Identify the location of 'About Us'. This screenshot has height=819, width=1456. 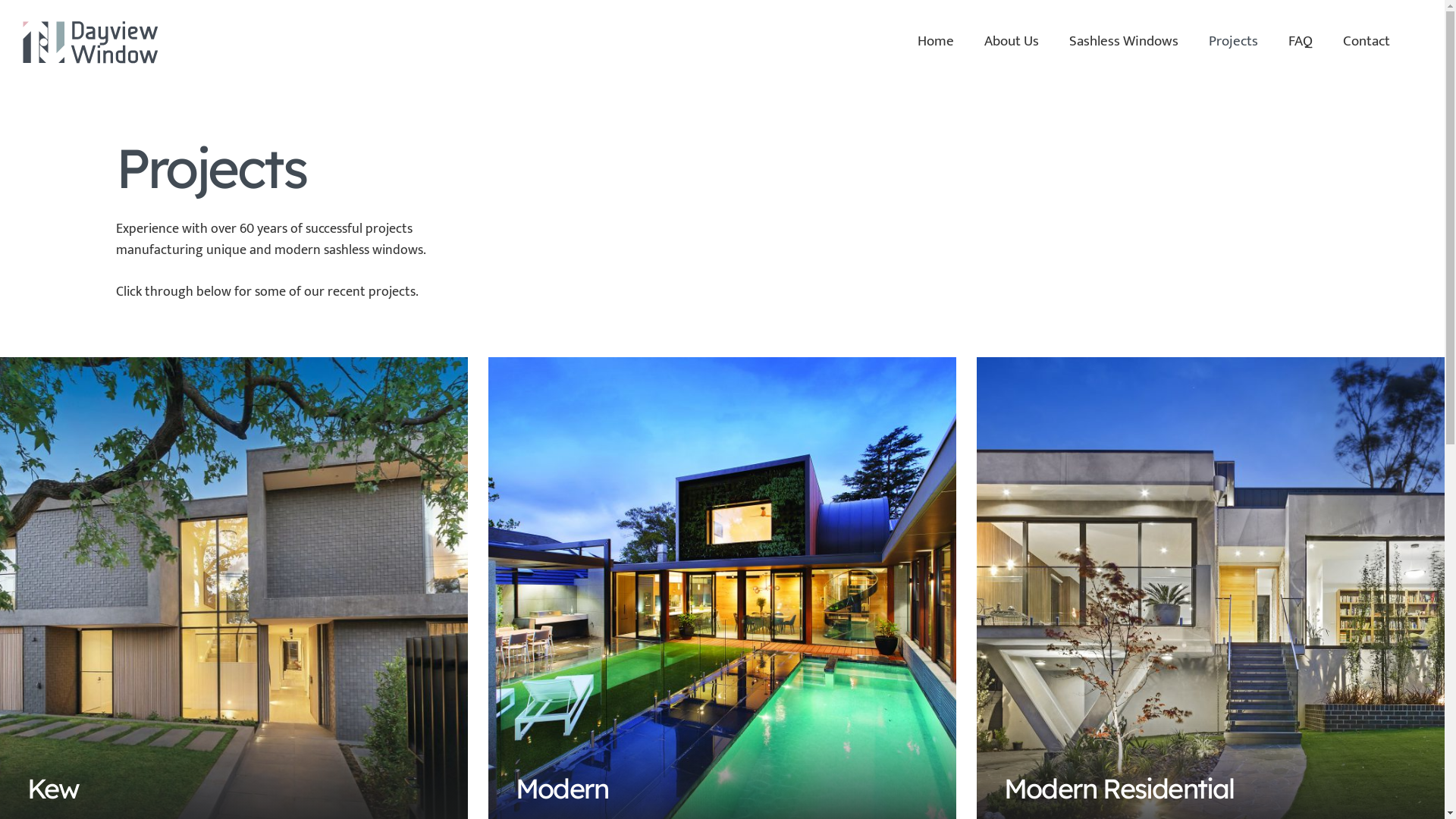
(1012, 40).